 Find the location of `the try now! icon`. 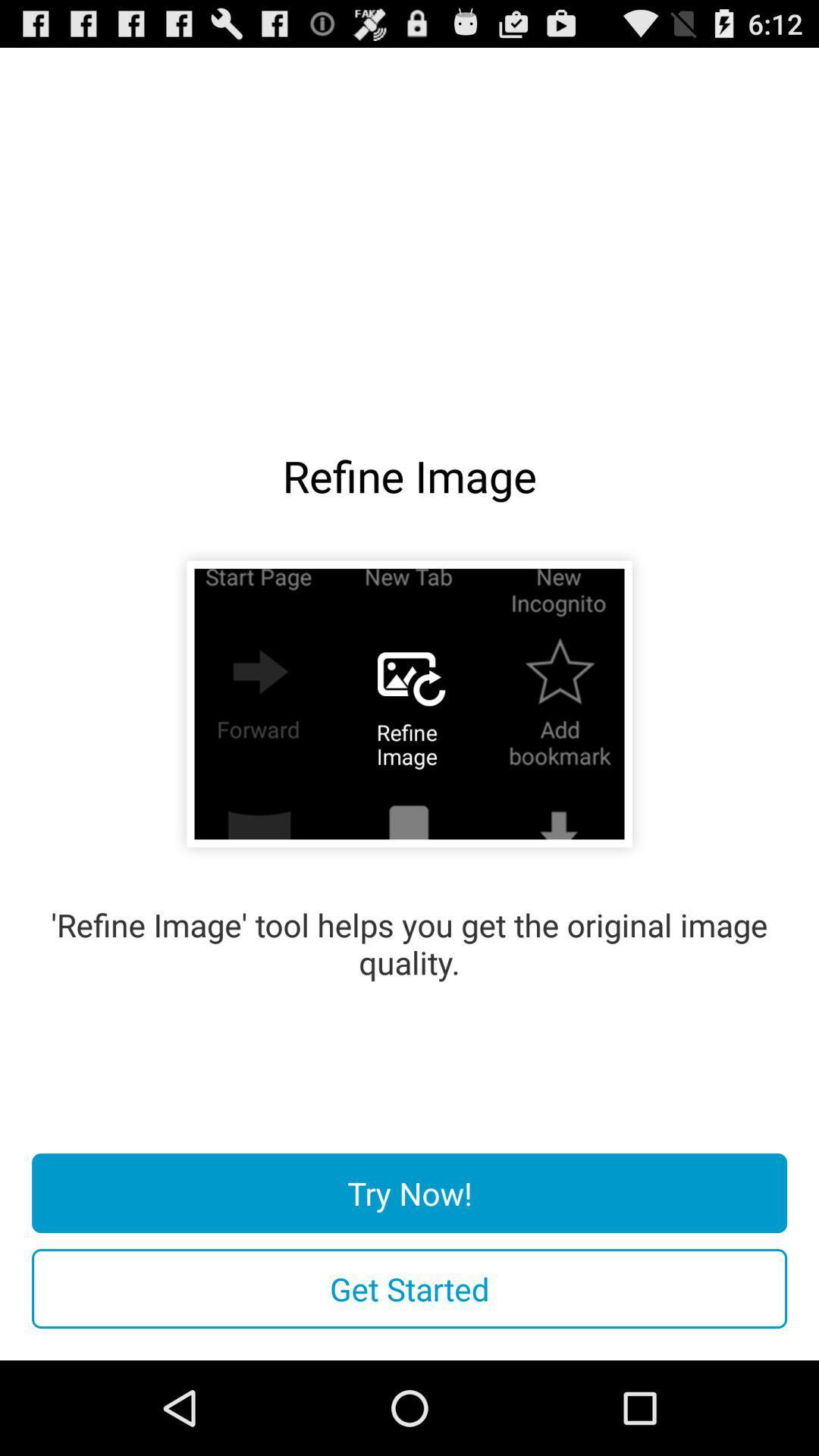

the try now! icon is located at coordinates (409, 1192).